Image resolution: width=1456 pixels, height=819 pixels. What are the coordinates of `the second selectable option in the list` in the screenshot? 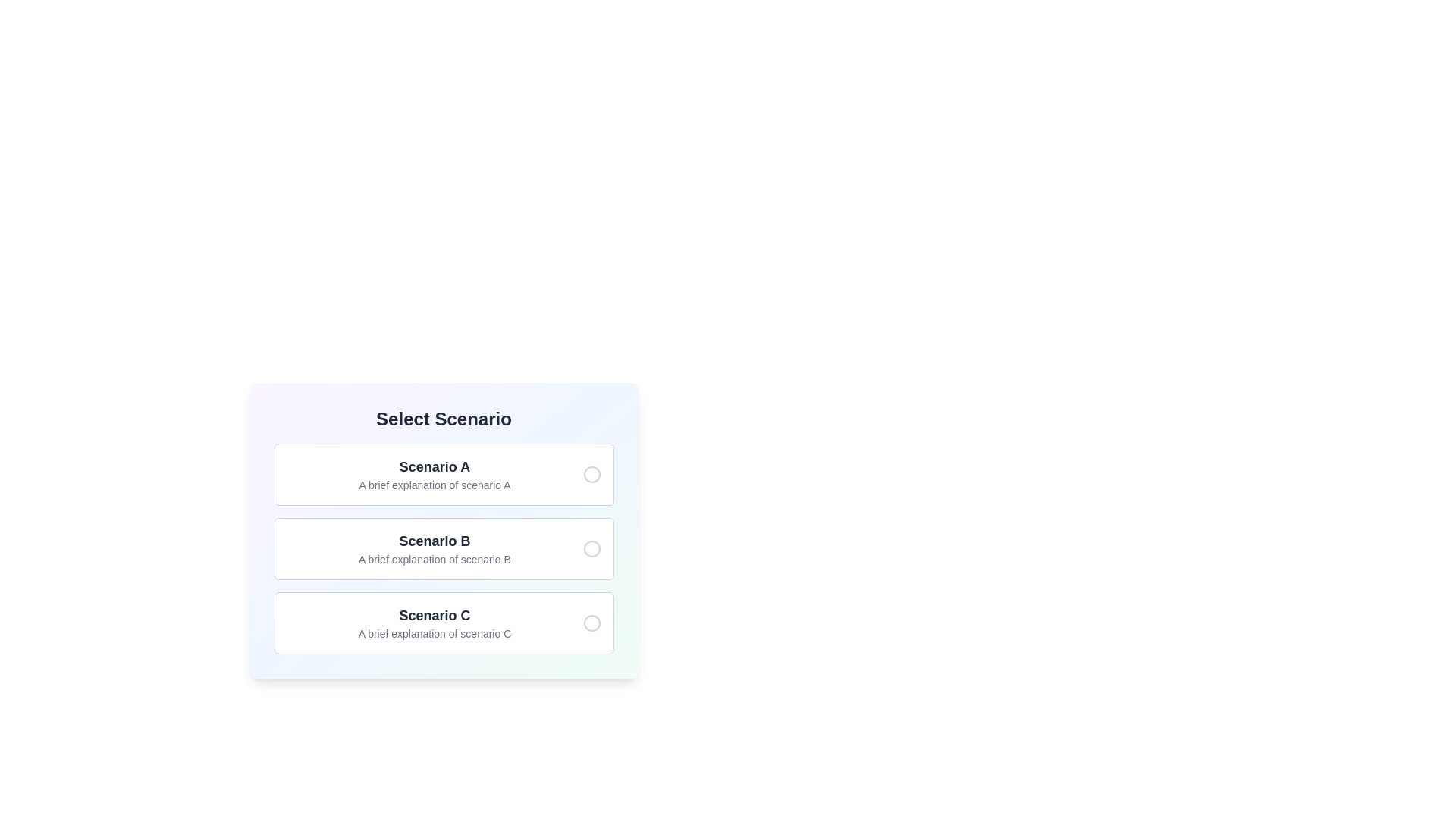 It's located at (443, 549).